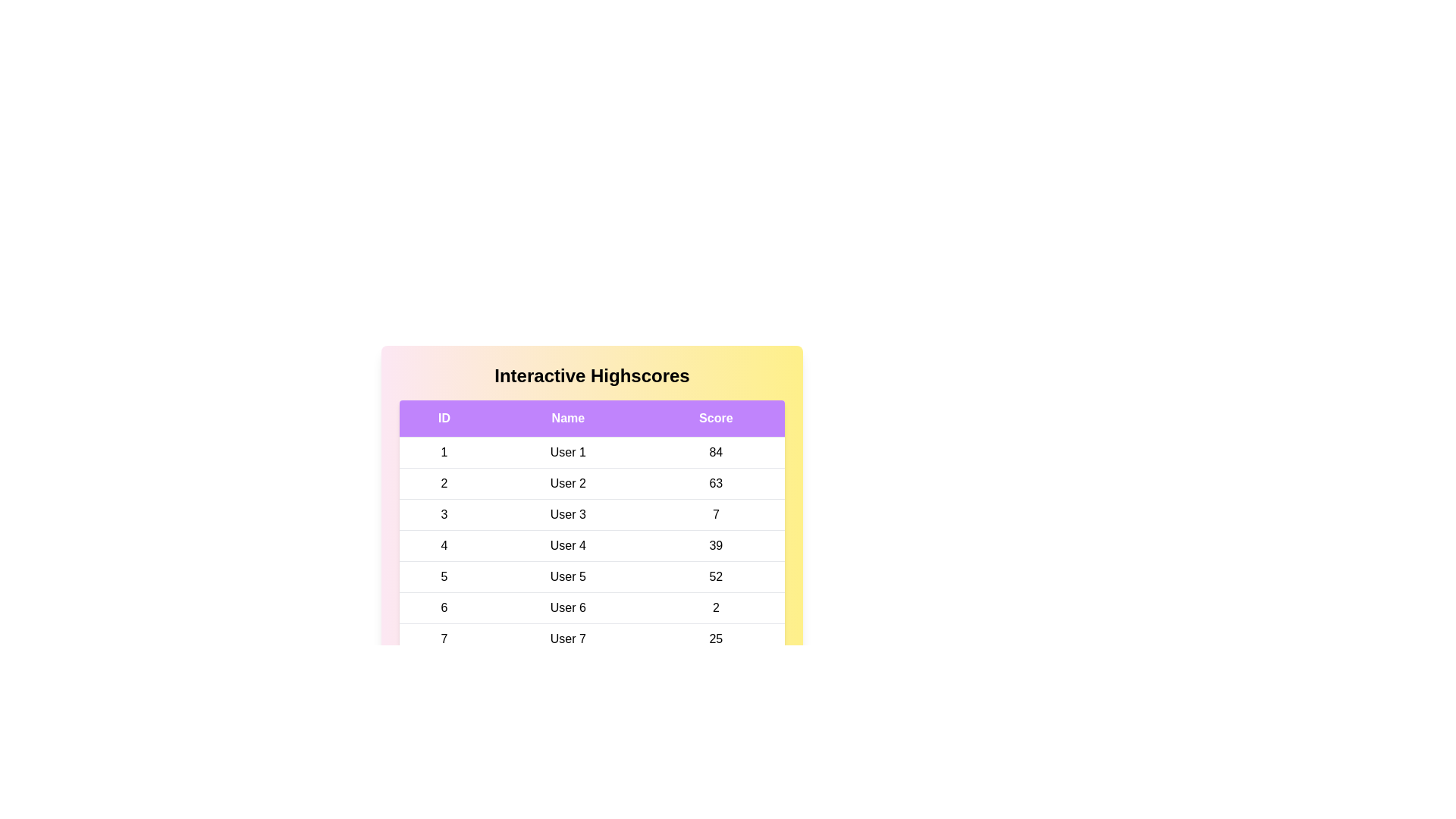 This screenshot has height=819, width=1456. What do you see at coordinates (591, 576) in the screenshot?
I see `the row corresponding to 5` at bounding box center [591, 576].